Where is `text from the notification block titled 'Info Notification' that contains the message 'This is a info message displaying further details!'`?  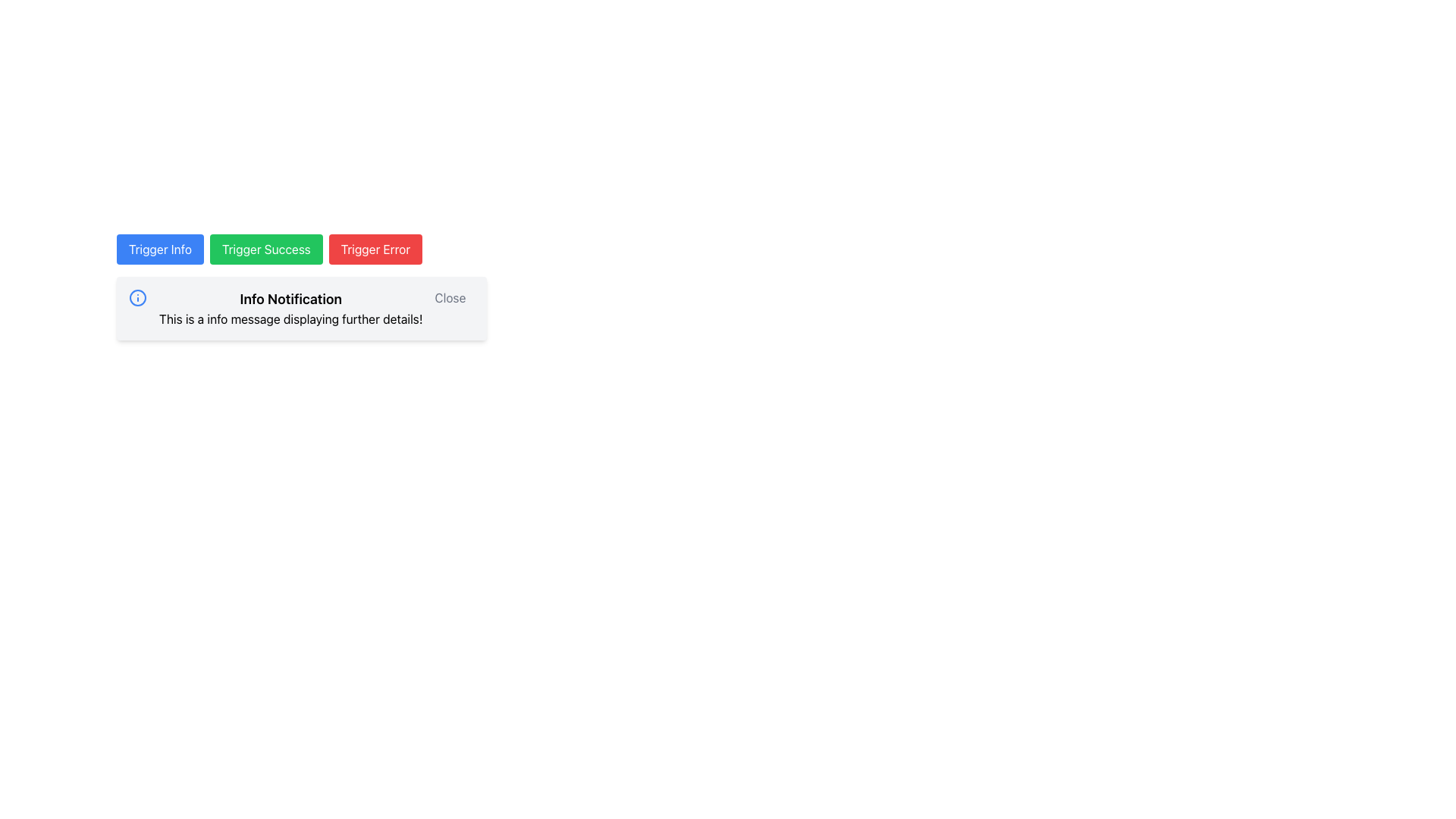
text from the notification block titled 'Info Notification' that contains the message 'This is a info message displaying further details!' is located at coordinates (290, 308).